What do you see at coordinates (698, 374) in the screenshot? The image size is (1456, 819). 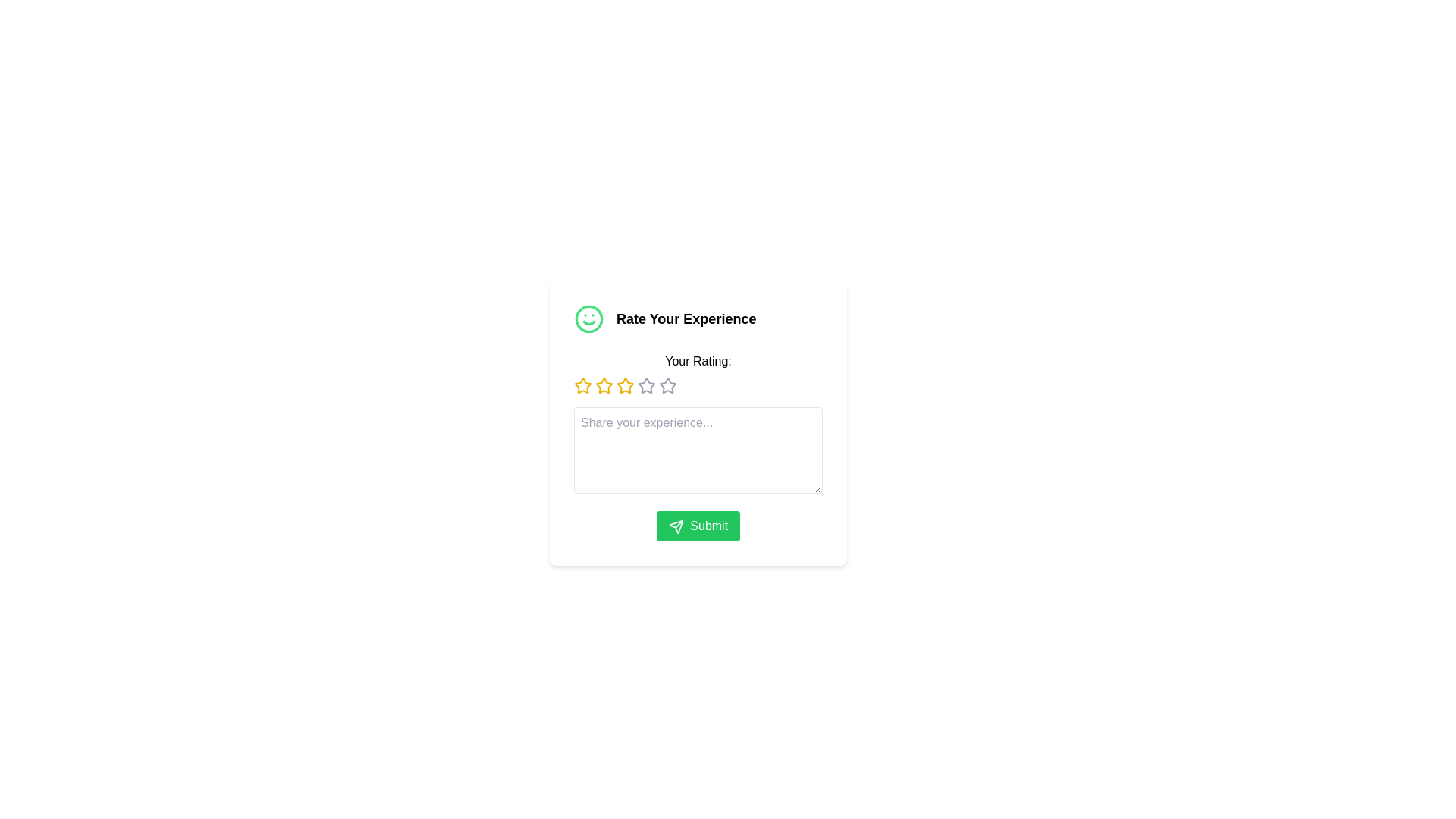 I see `the text label or header that provides context for the rating stars, located directly below 'Rate Your Experience'` at bounding box center [698, 374].